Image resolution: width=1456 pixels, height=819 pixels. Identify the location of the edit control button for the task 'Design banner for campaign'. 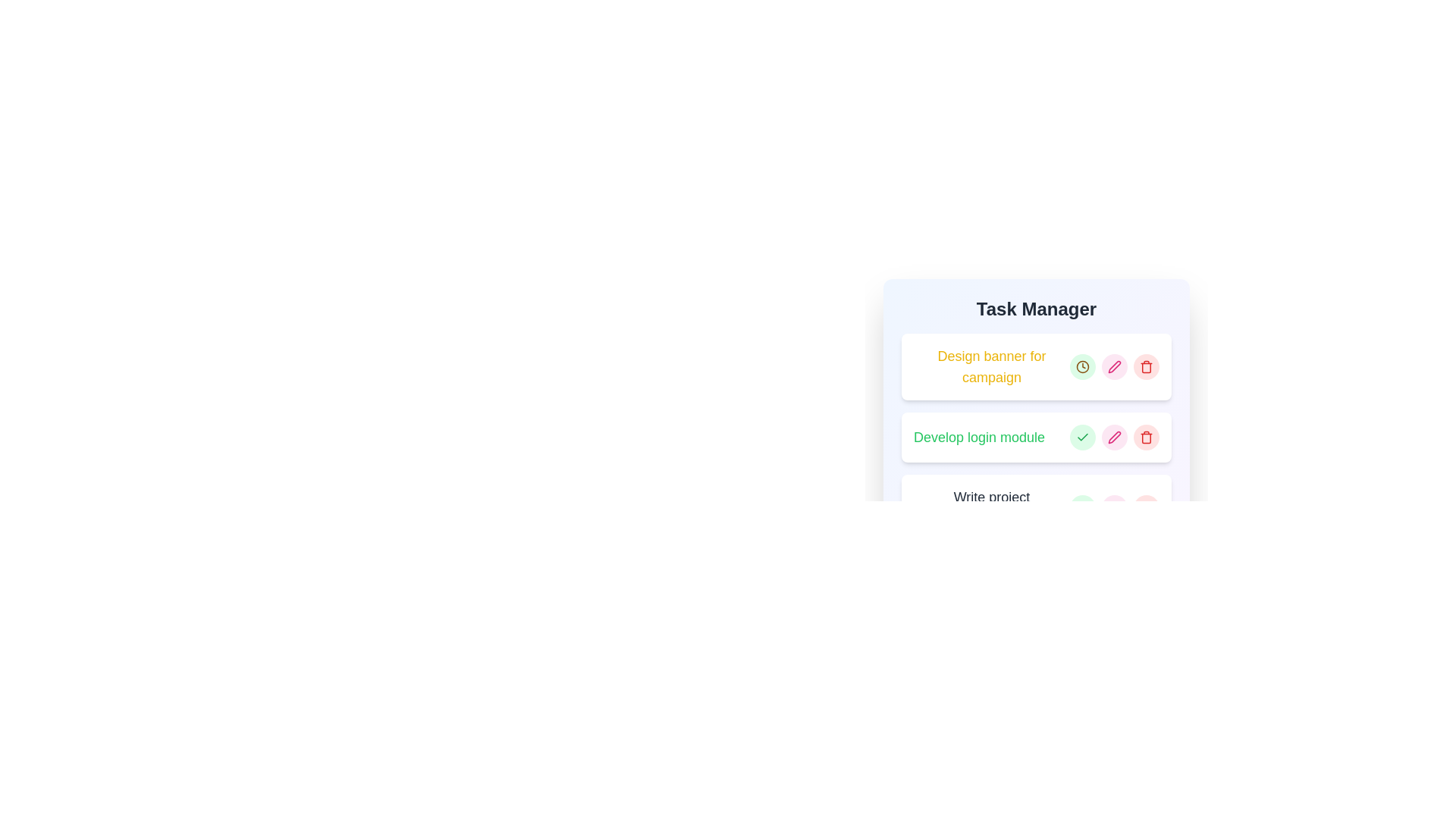
(1114, 366).